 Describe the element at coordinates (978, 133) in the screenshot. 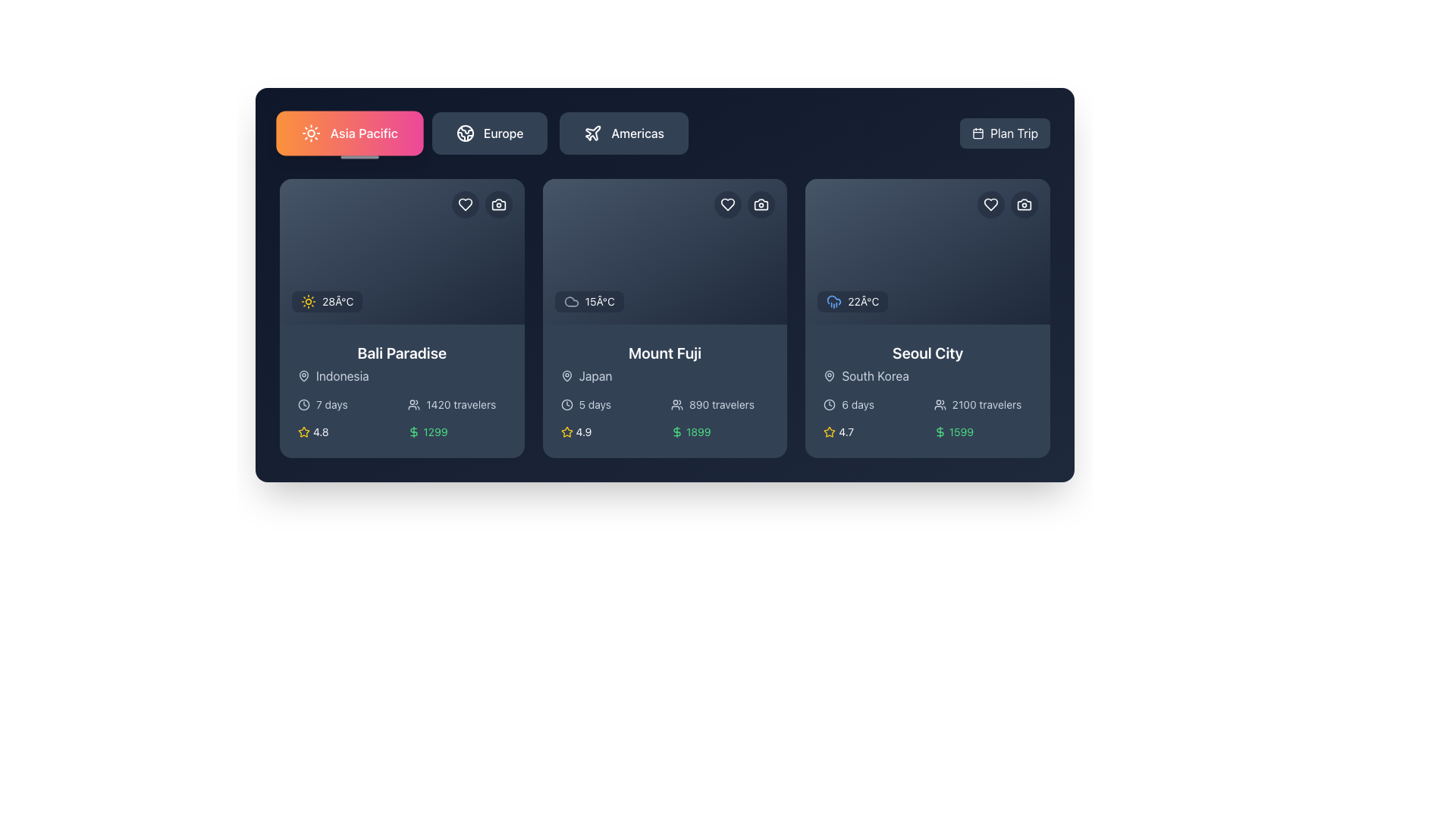

I see `the calendar icon located within the 'Plan Trip' button in the top-right corner of the interface, which is styled with a square outline and a grid pattern` at that location.